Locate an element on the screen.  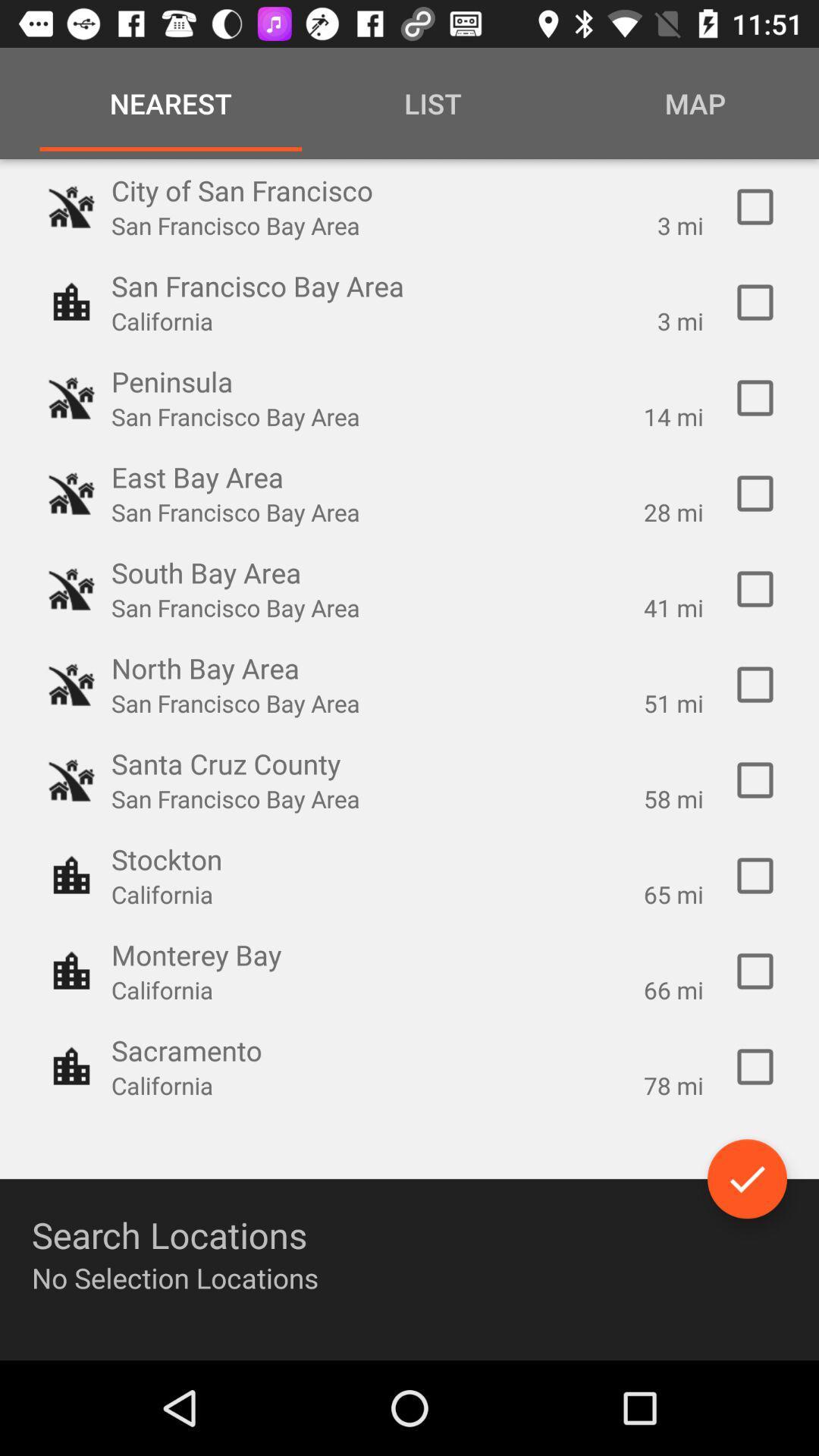
the city is located at coordinates (755, 971).